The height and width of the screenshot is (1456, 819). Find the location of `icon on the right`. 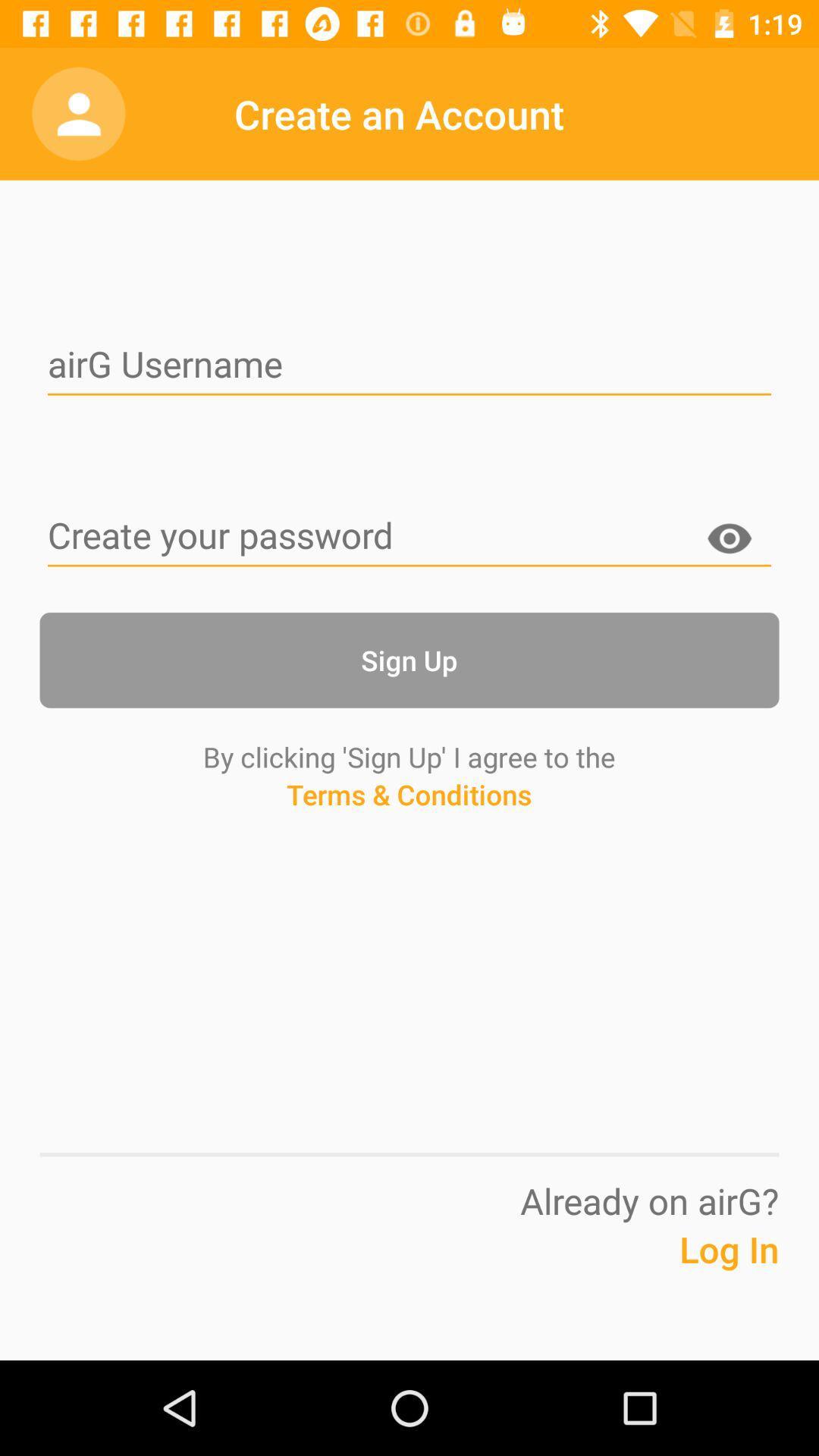

icon on the right is located at coordinates (728, 541).